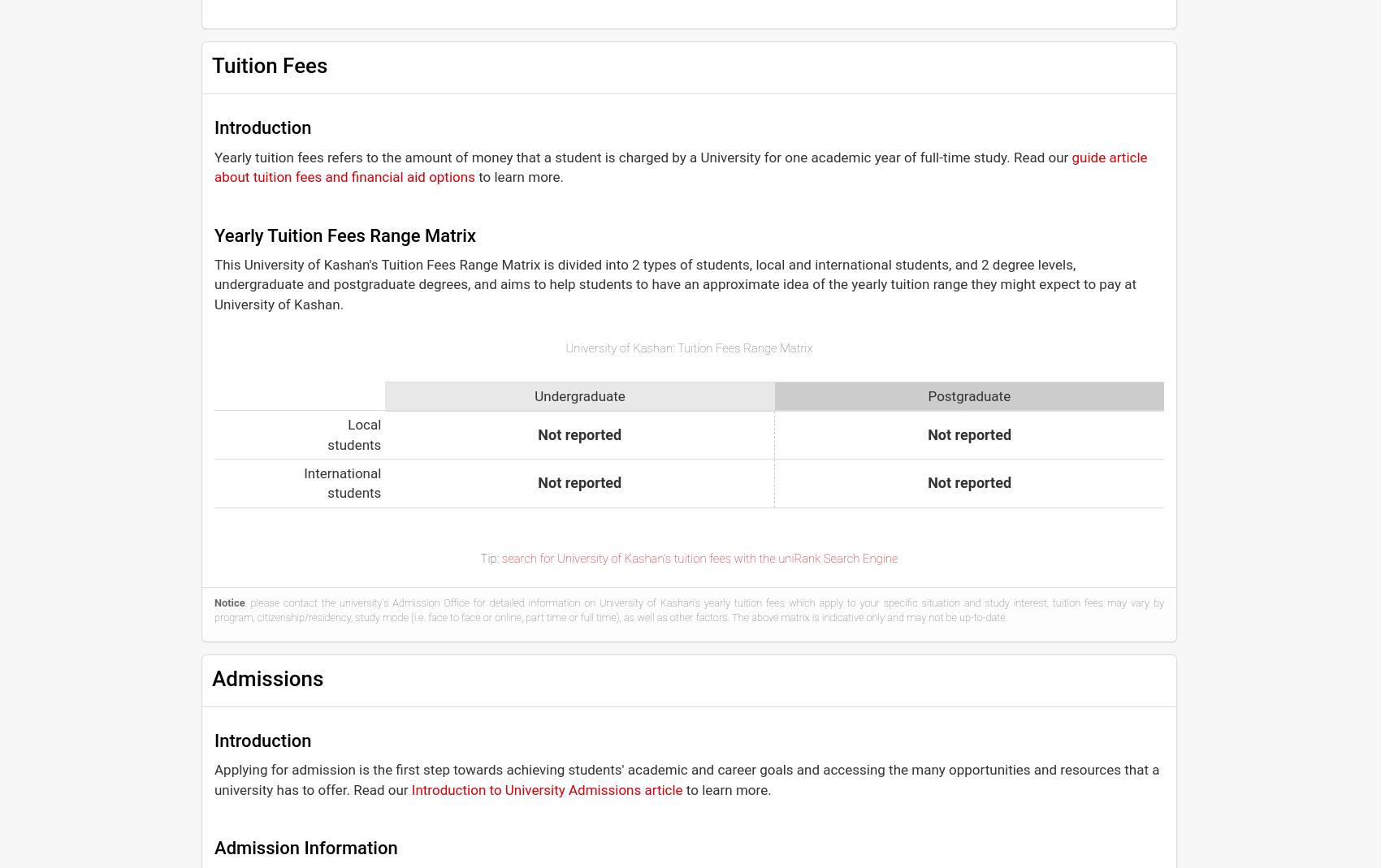  What do you see at coordinates (341, 473) in the screenshot?
I see `'International'` at bounding box center [341, 473].